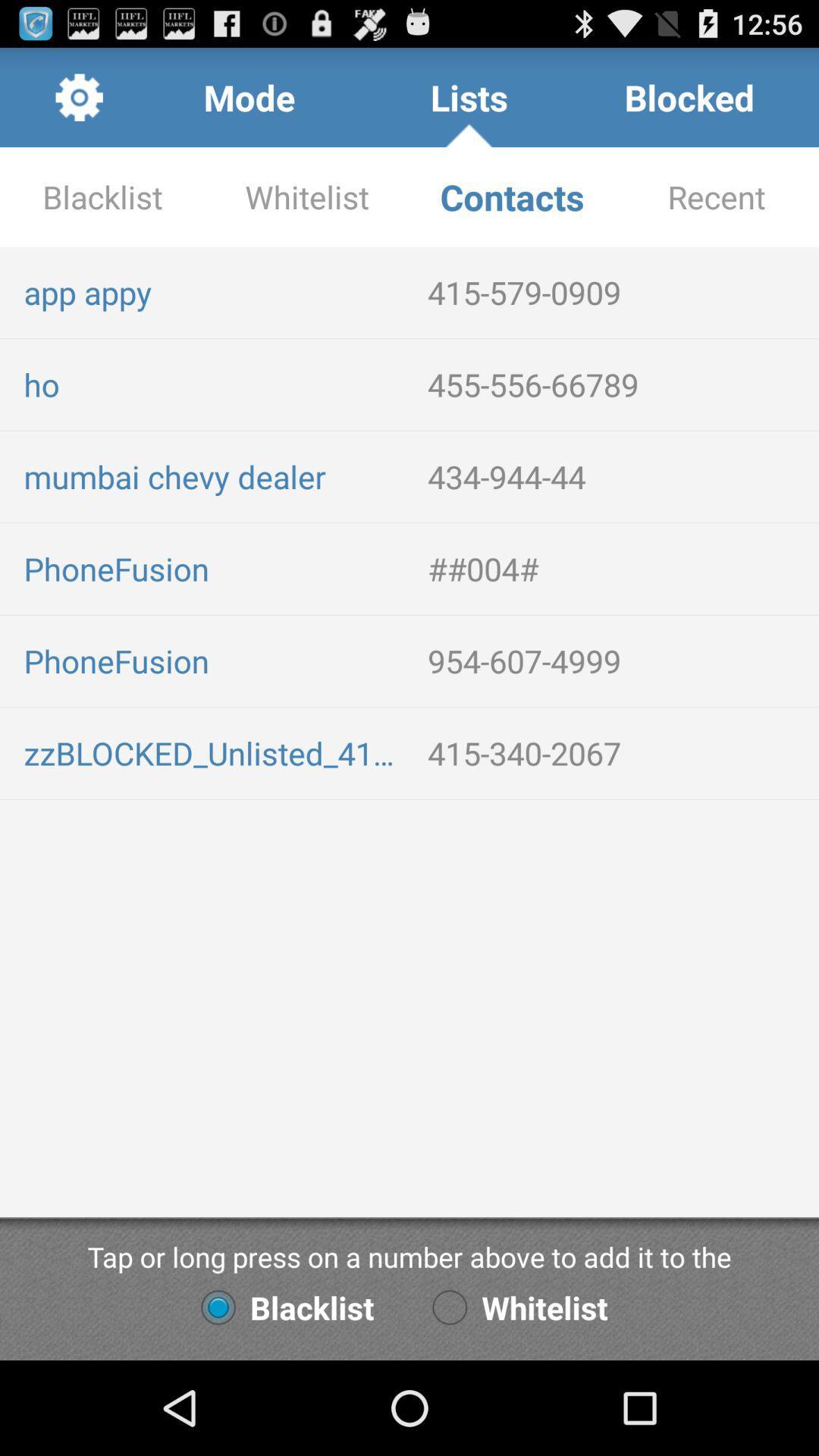  Describe the element at coordinates (213, 475) in the screenshot. I see `icon below the ho app` at that location.